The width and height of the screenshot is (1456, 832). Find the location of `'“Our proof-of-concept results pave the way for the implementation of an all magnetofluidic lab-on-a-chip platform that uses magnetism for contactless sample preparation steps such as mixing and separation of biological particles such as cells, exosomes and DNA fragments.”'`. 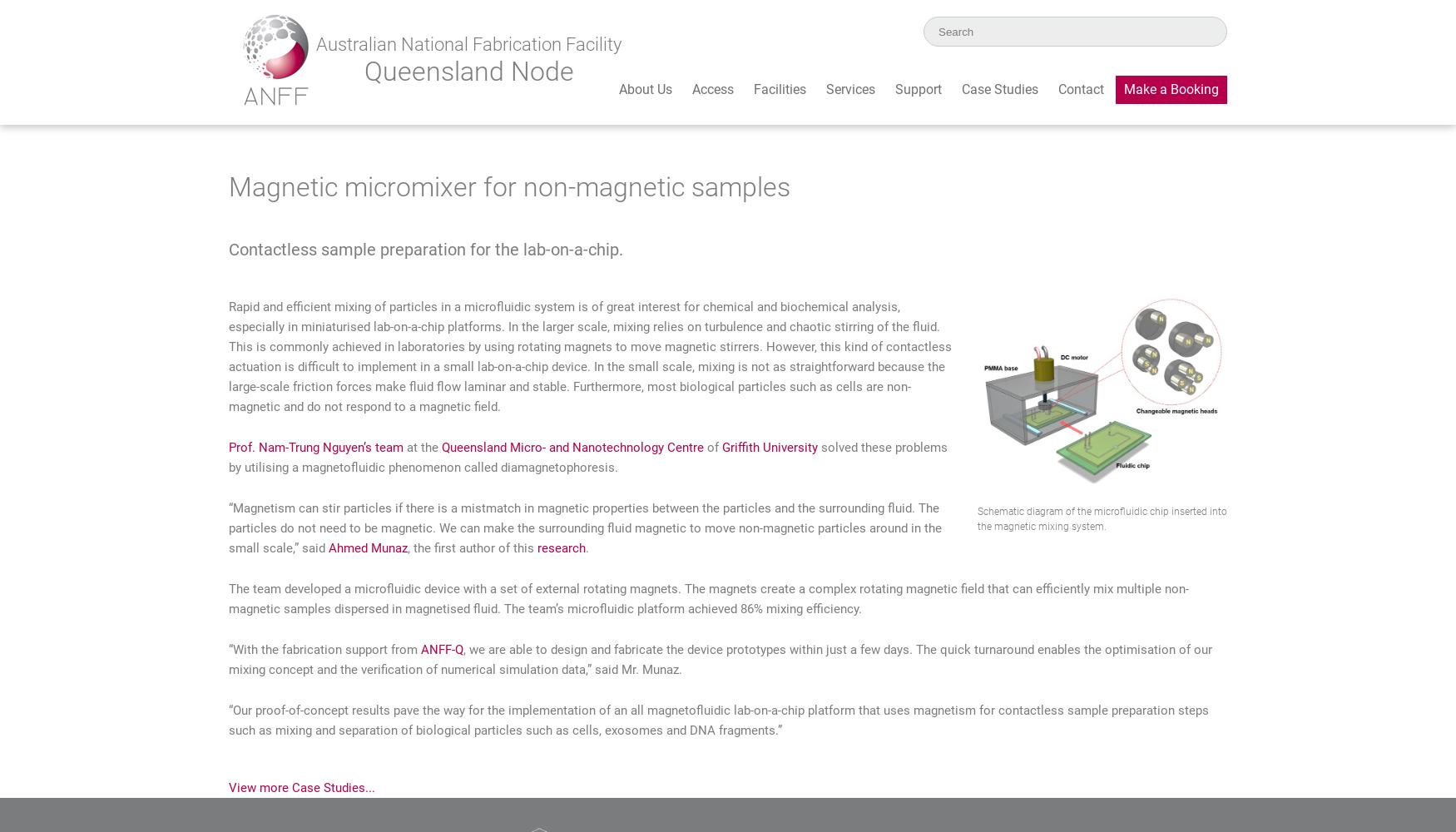

'“Our proof-of-concept results pave the way for the implementation of an all magnetofluidic lab-on-a-chip platform that uses magnetism for contactless sample preparation steps such as mixing and separation of biological particles such as cells, exosomes and DNA fragments.”' is located at coordinates (718, 719).